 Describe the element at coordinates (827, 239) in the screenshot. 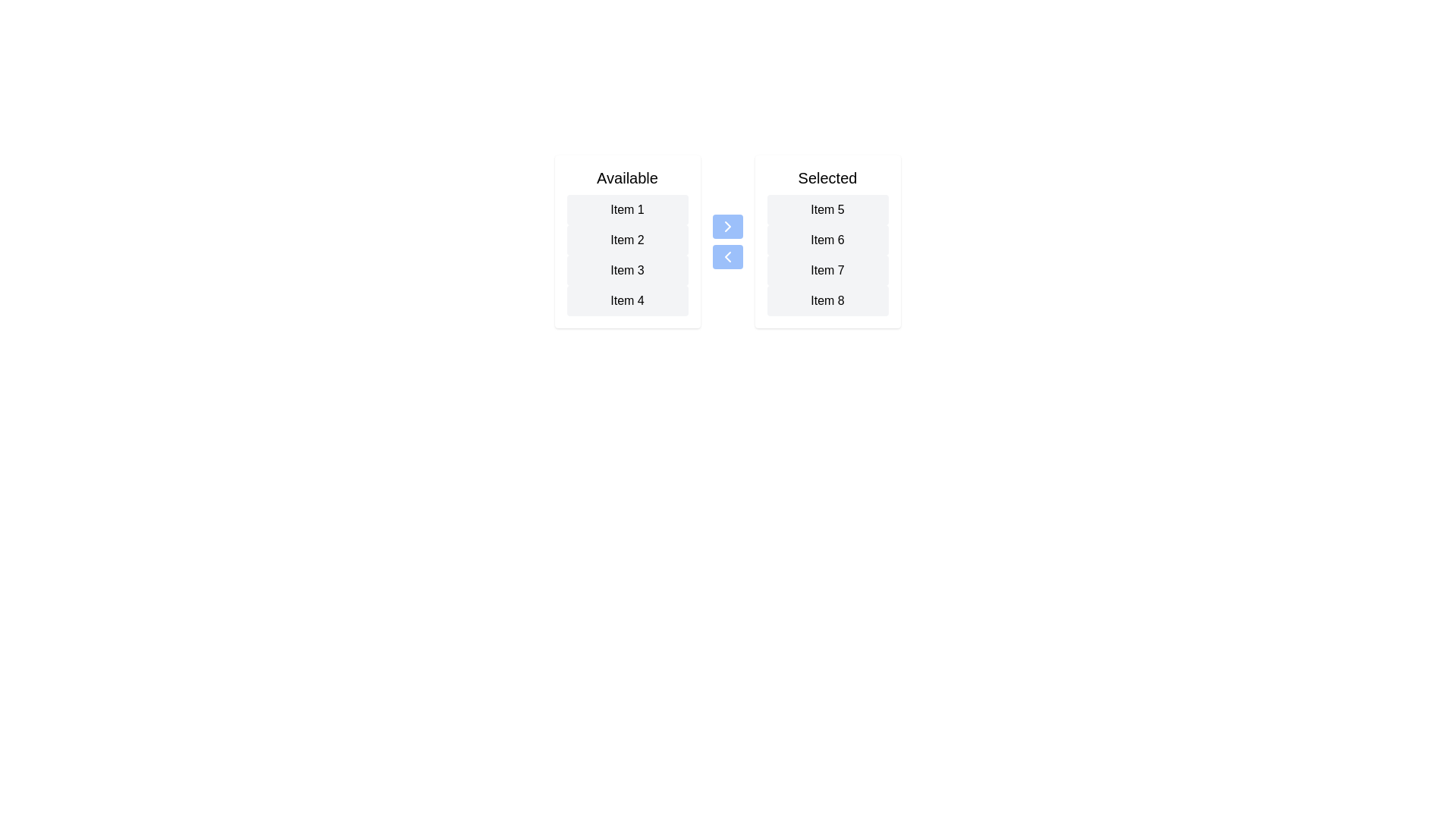

I see `the List Item labeled 'Item 6' which has a light gray background and is the second item in the 'Selected' column` at that location.